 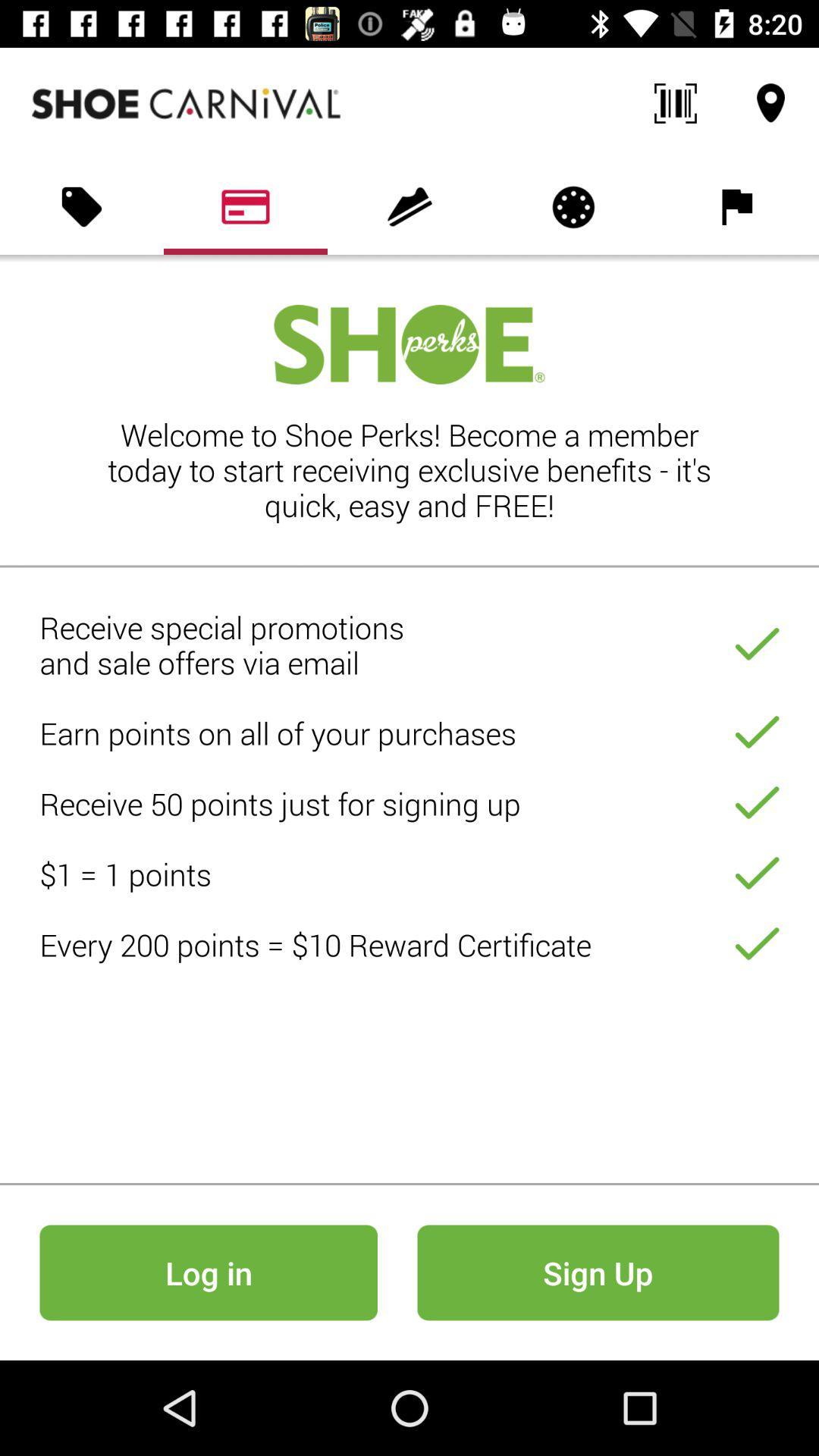 I want to click on location icon which is below 820, so click(x=771, y=103).